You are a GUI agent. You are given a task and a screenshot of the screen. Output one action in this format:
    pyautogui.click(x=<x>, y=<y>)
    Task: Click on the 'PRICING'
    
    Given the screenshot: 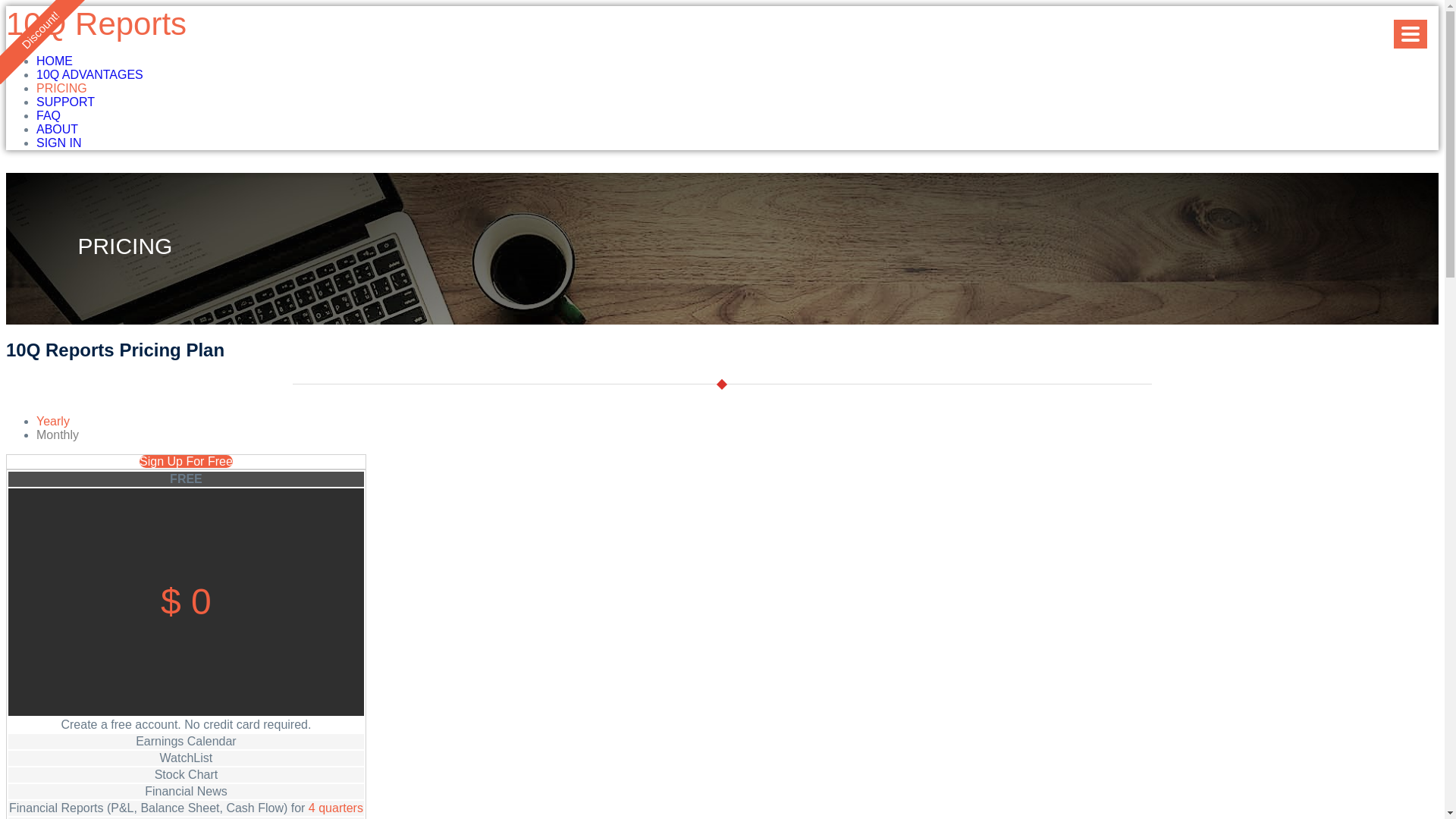 What is the action you would take?
    pyautogui.click(x=61, y=88)
    